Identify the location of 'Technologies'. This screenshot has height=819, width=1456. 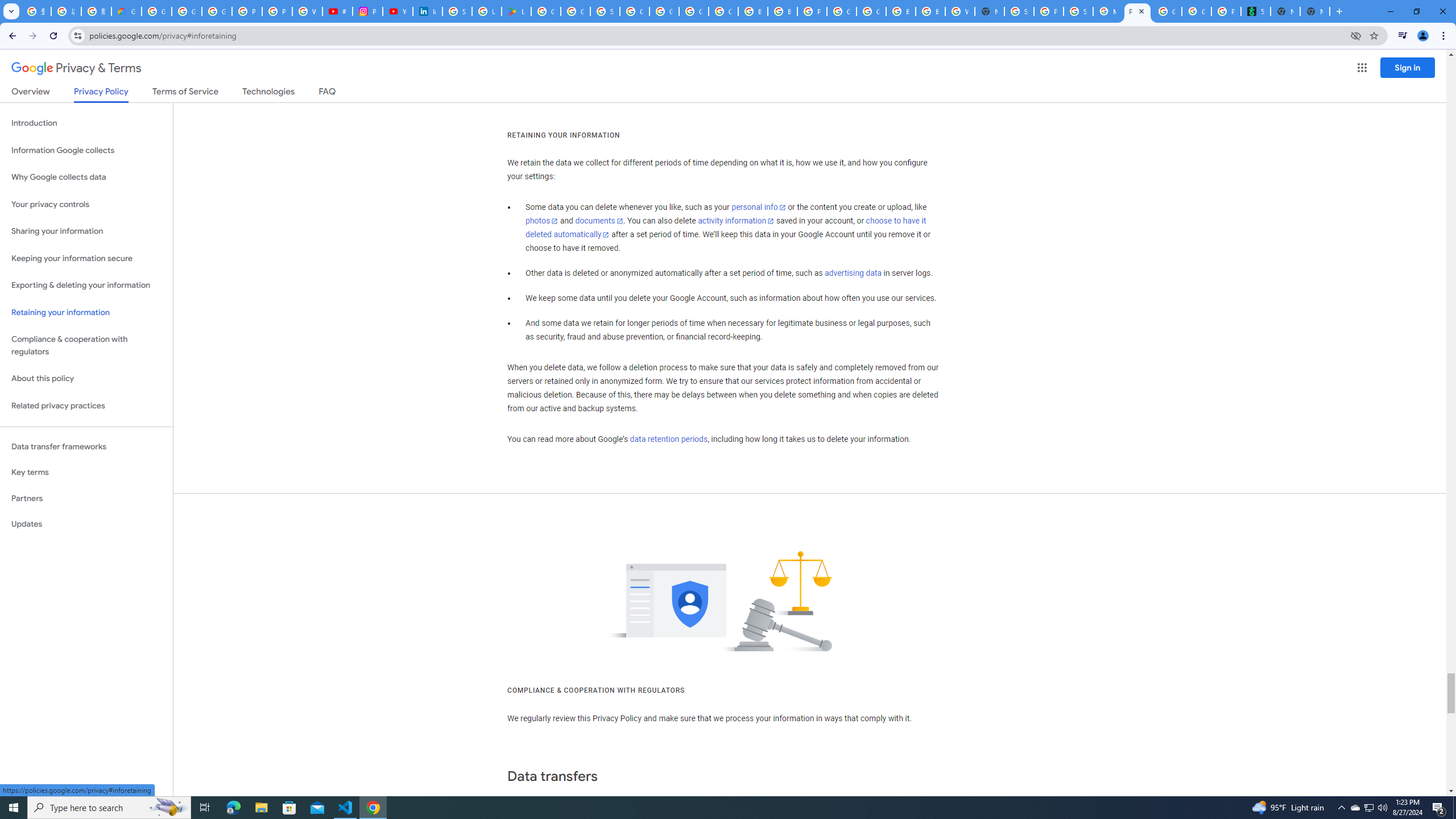
(268, 93).